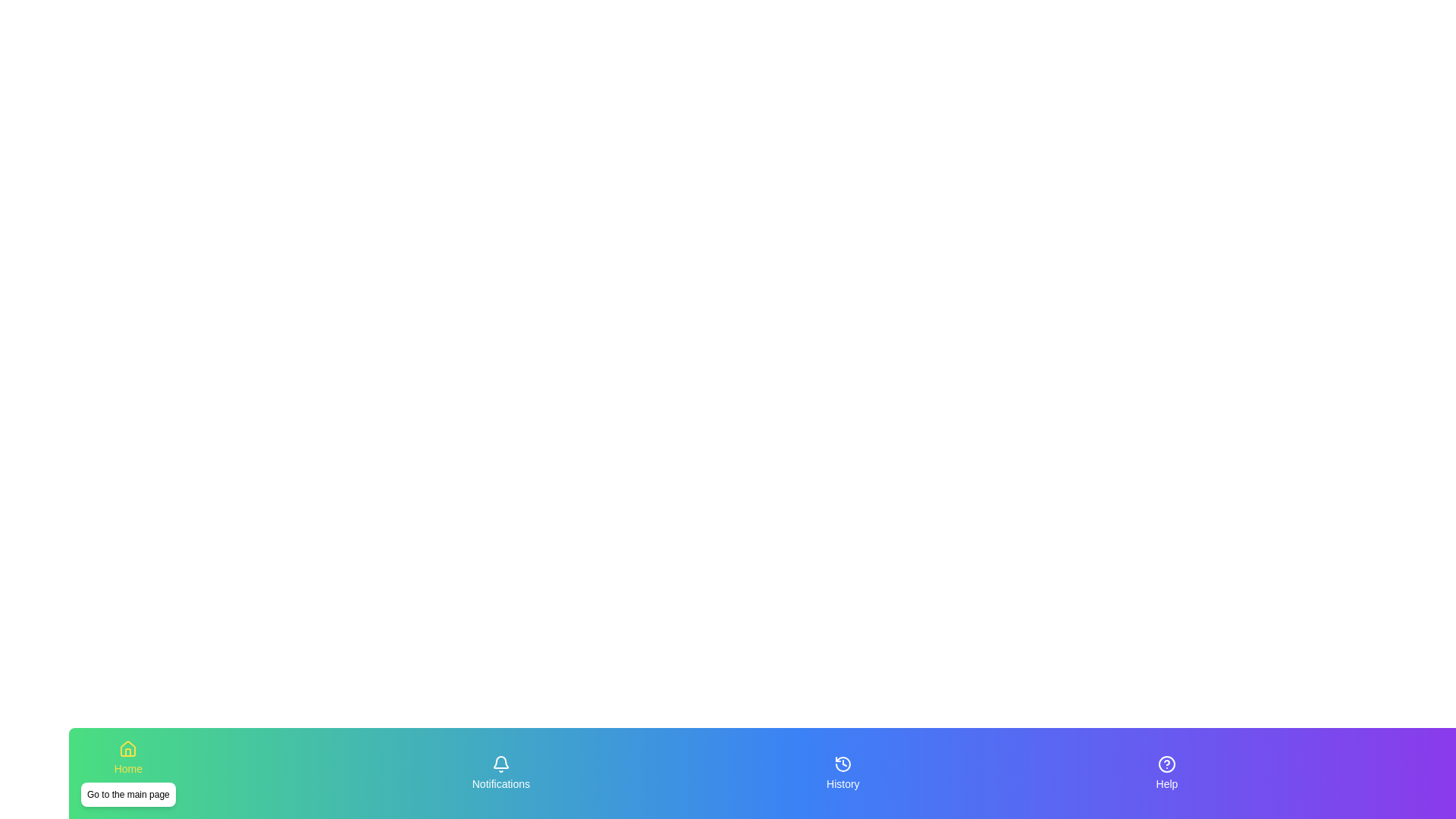 This screenshot has height=819, width=1456. What do you see at coordinates (1166, 773) in the screenshot?
I see `the tab corresponding to Help to navigate to its section` at bounding box center [1166, 773].